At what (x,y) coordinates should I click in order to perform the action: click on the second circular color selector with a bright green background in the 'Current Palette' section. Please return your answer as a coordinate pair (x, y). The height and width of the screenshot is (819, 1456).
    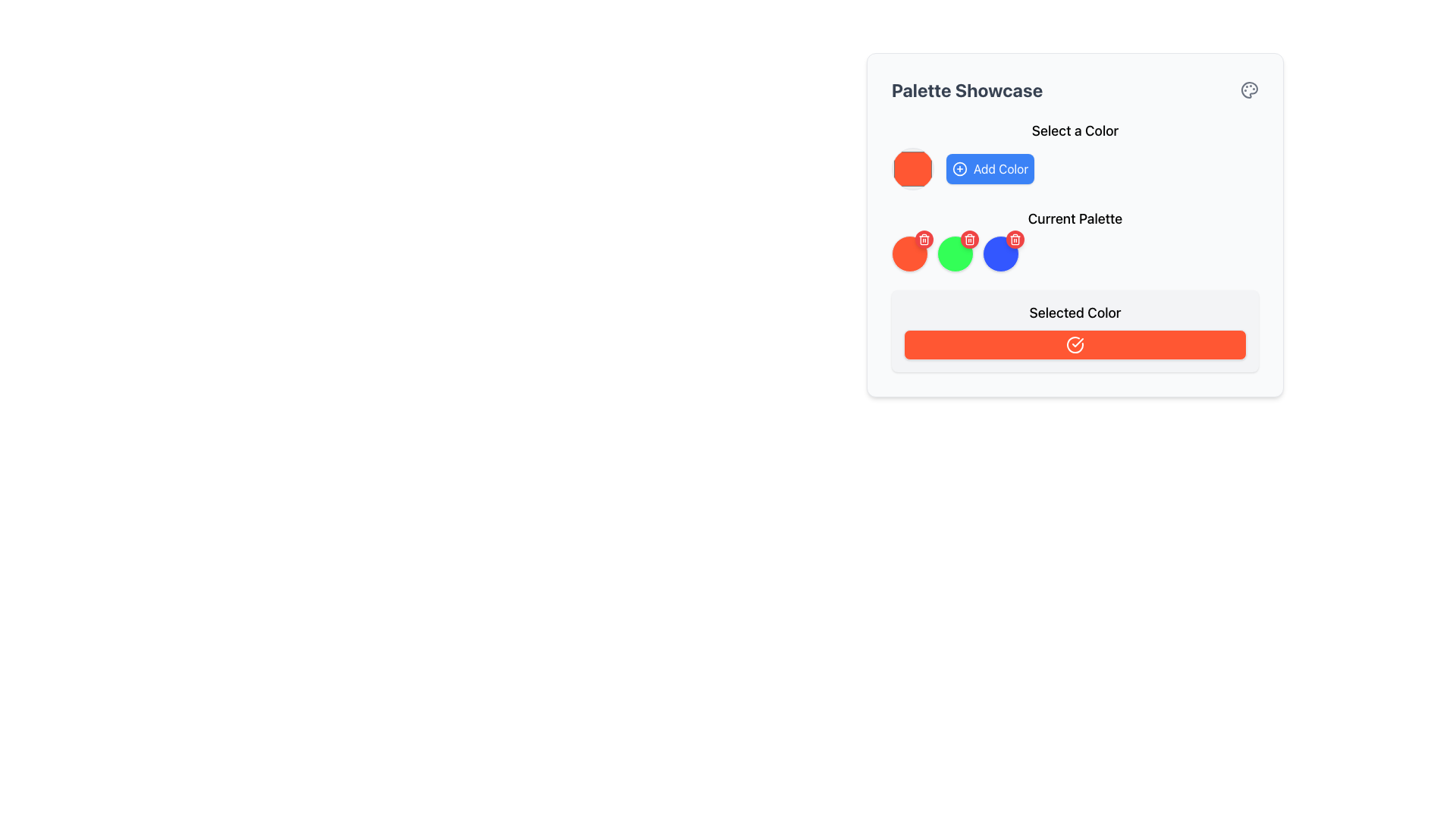
    Looking at the image, I should click on (954, 253).